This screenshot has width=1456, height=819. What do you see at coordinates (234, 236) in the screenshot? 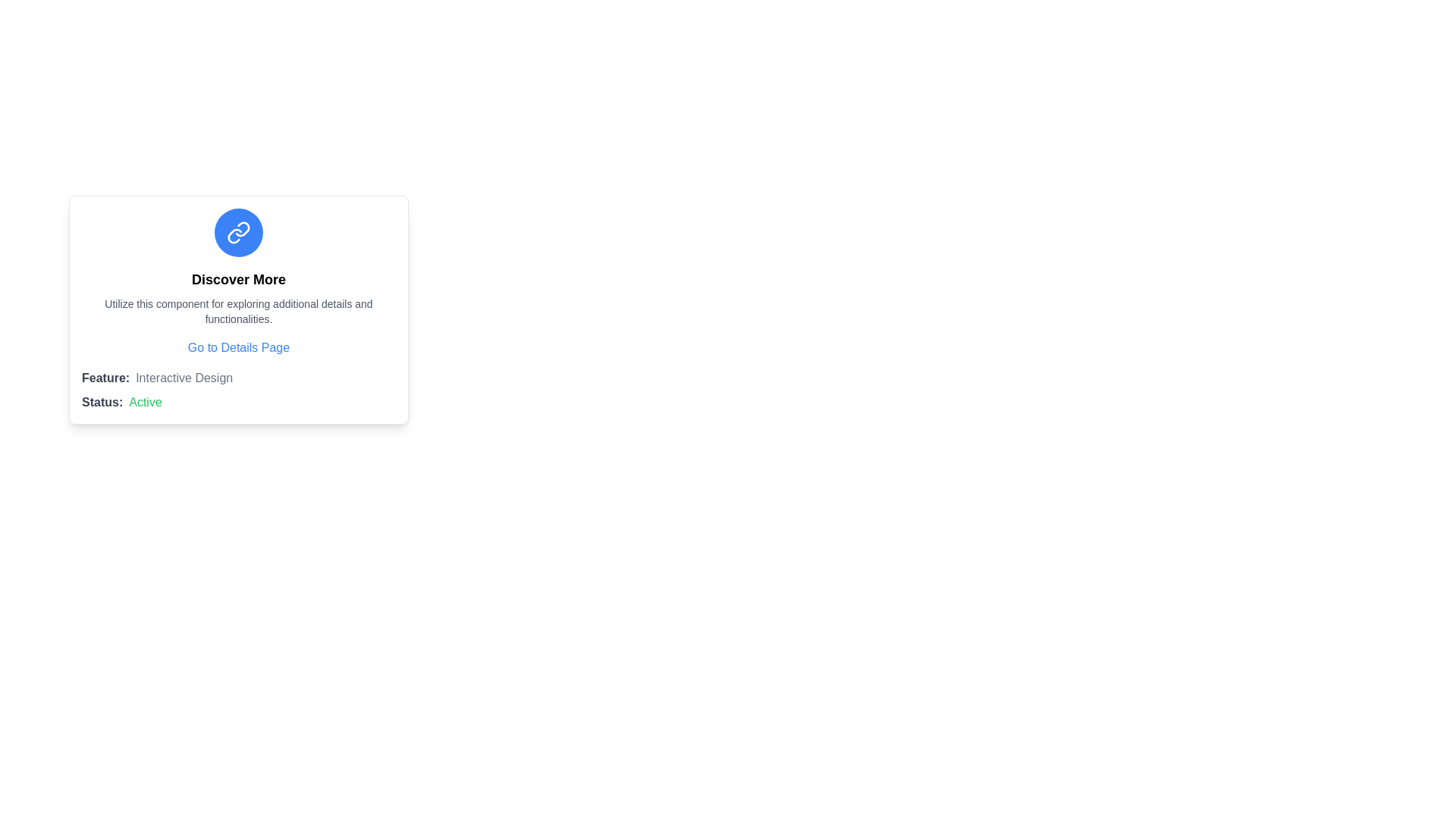
I see `the lower-left component of the circular link icon within the blue circular design at the header of the card` at bounding box center [234, 236].